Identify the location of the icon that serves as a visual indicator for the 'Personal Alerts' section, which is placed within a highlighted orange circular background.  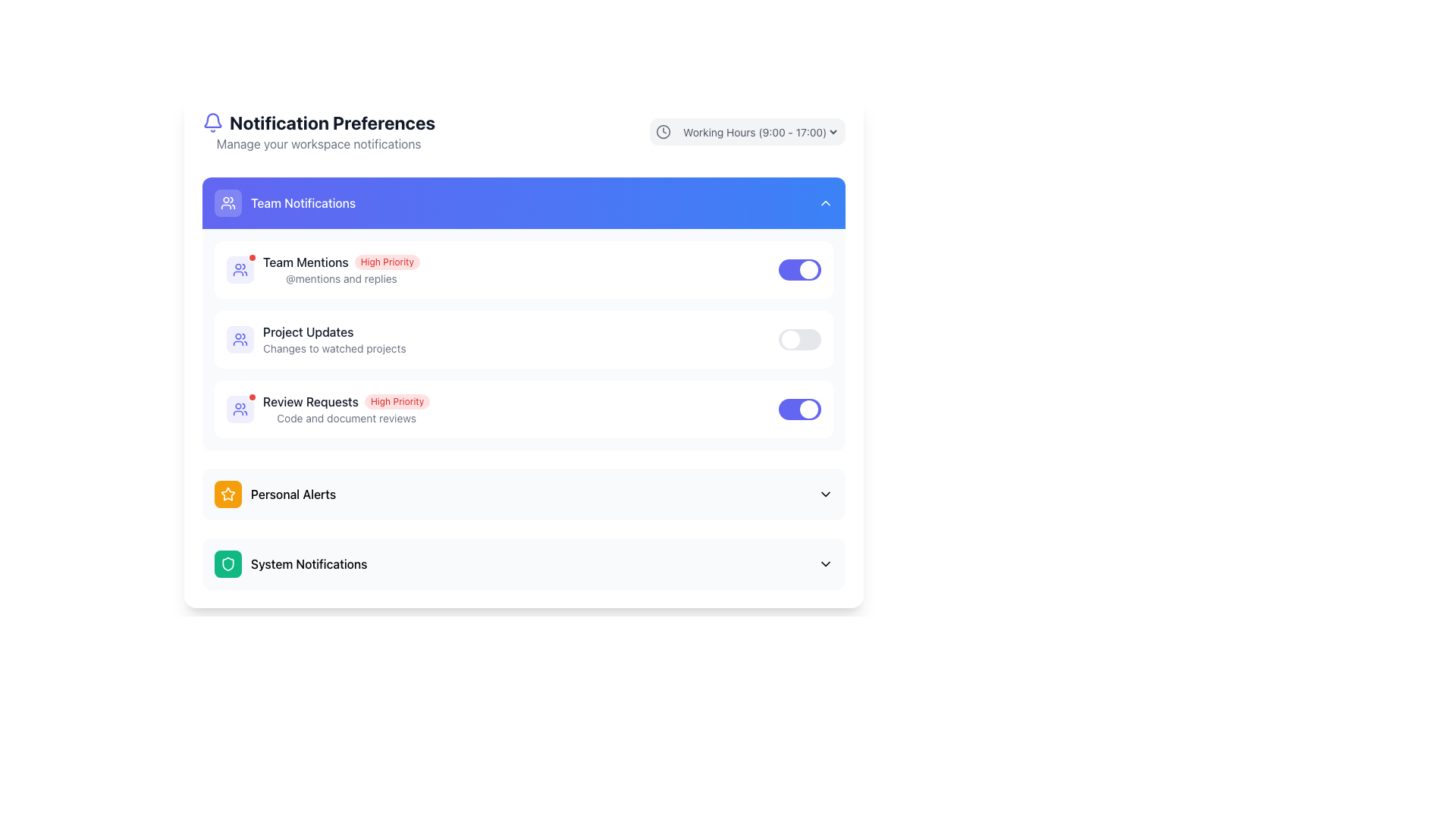
(227, 494).